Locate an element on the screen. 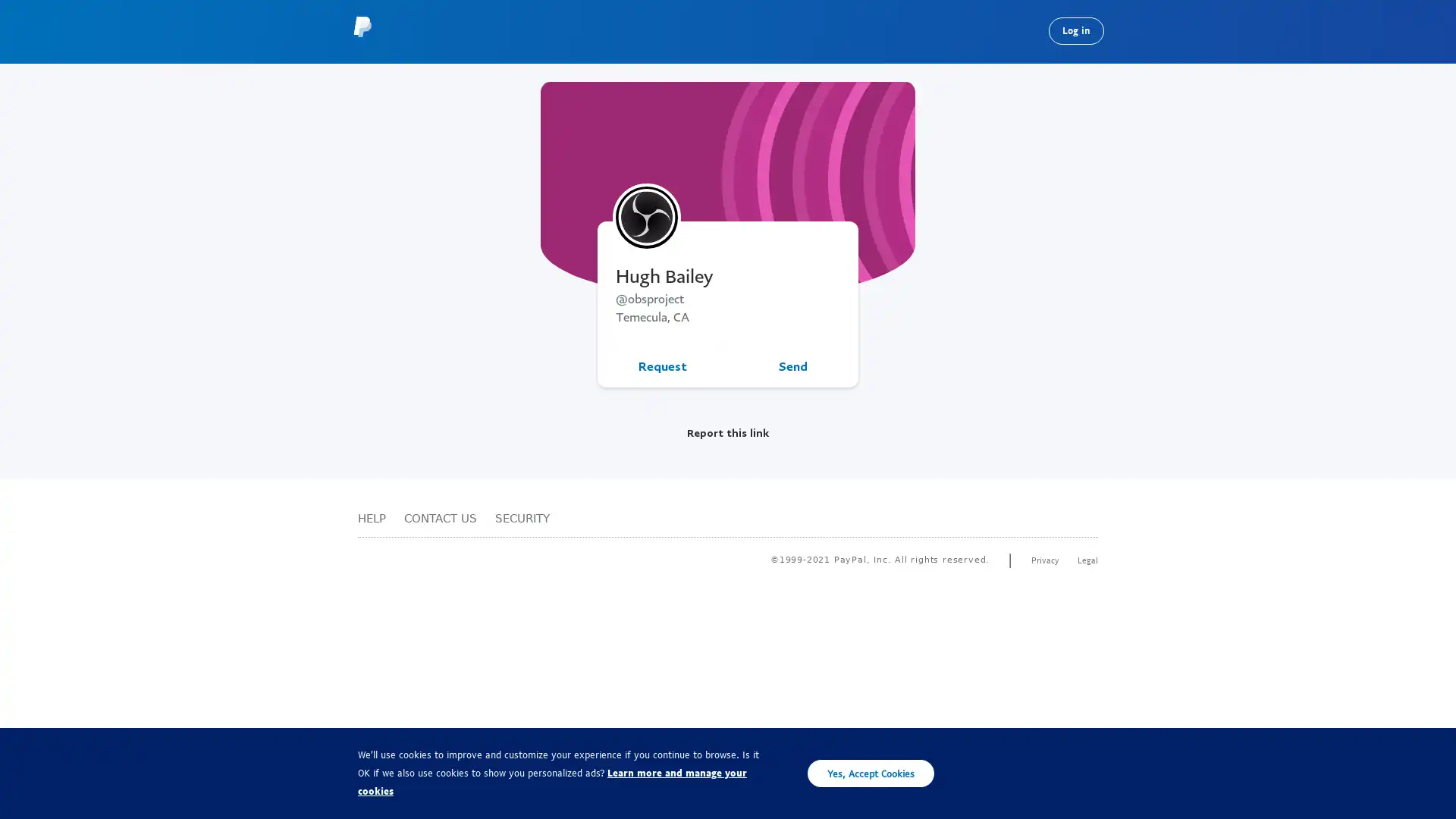 This screenshot has height=819, width=1456. Yes, Accept Cookies is located at coordinates (871, 773).